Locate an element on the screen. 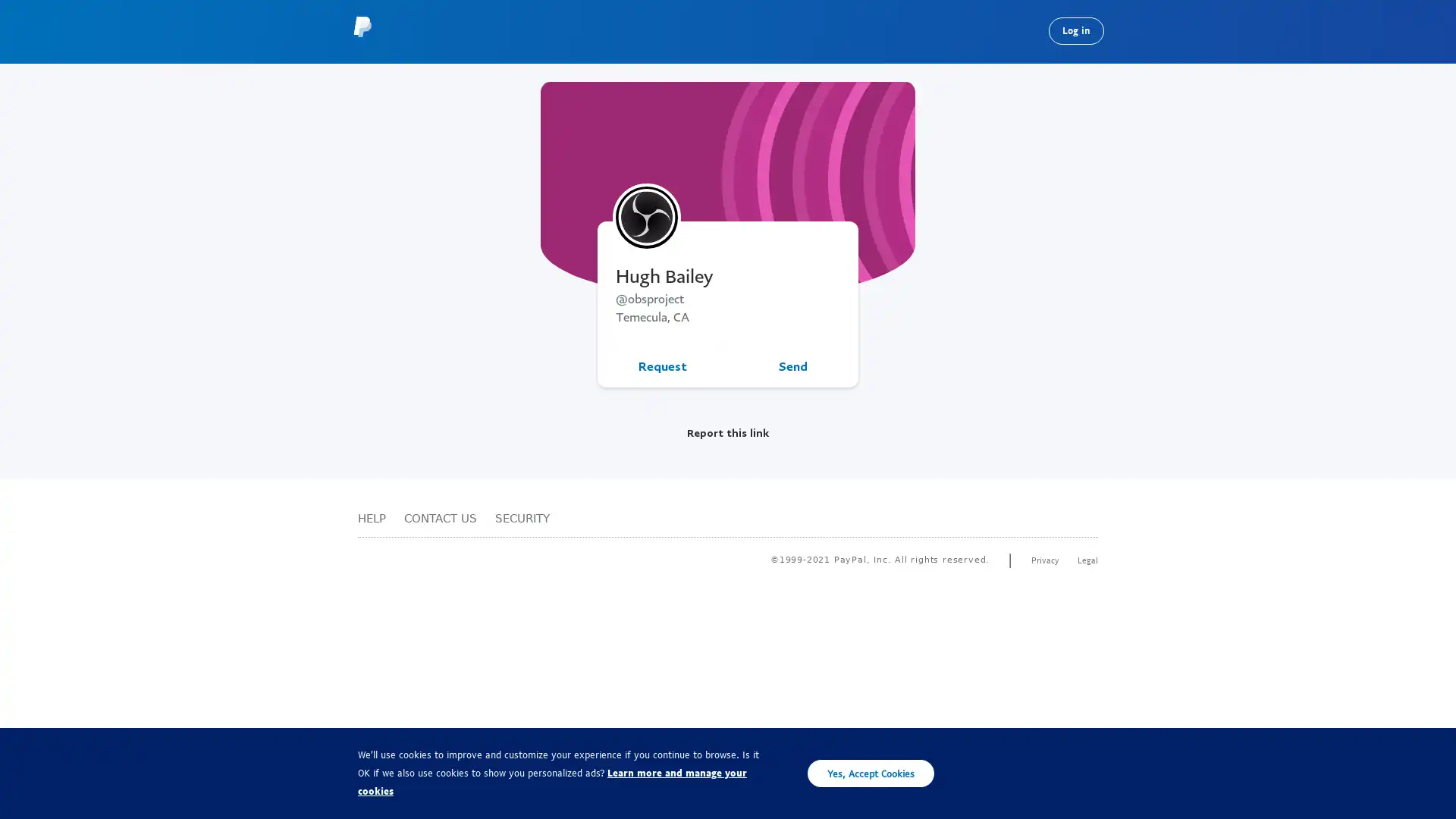 This screenshot has height=819, width=1456. Yes, Accept Cookies is located at coordinates (871, 773).